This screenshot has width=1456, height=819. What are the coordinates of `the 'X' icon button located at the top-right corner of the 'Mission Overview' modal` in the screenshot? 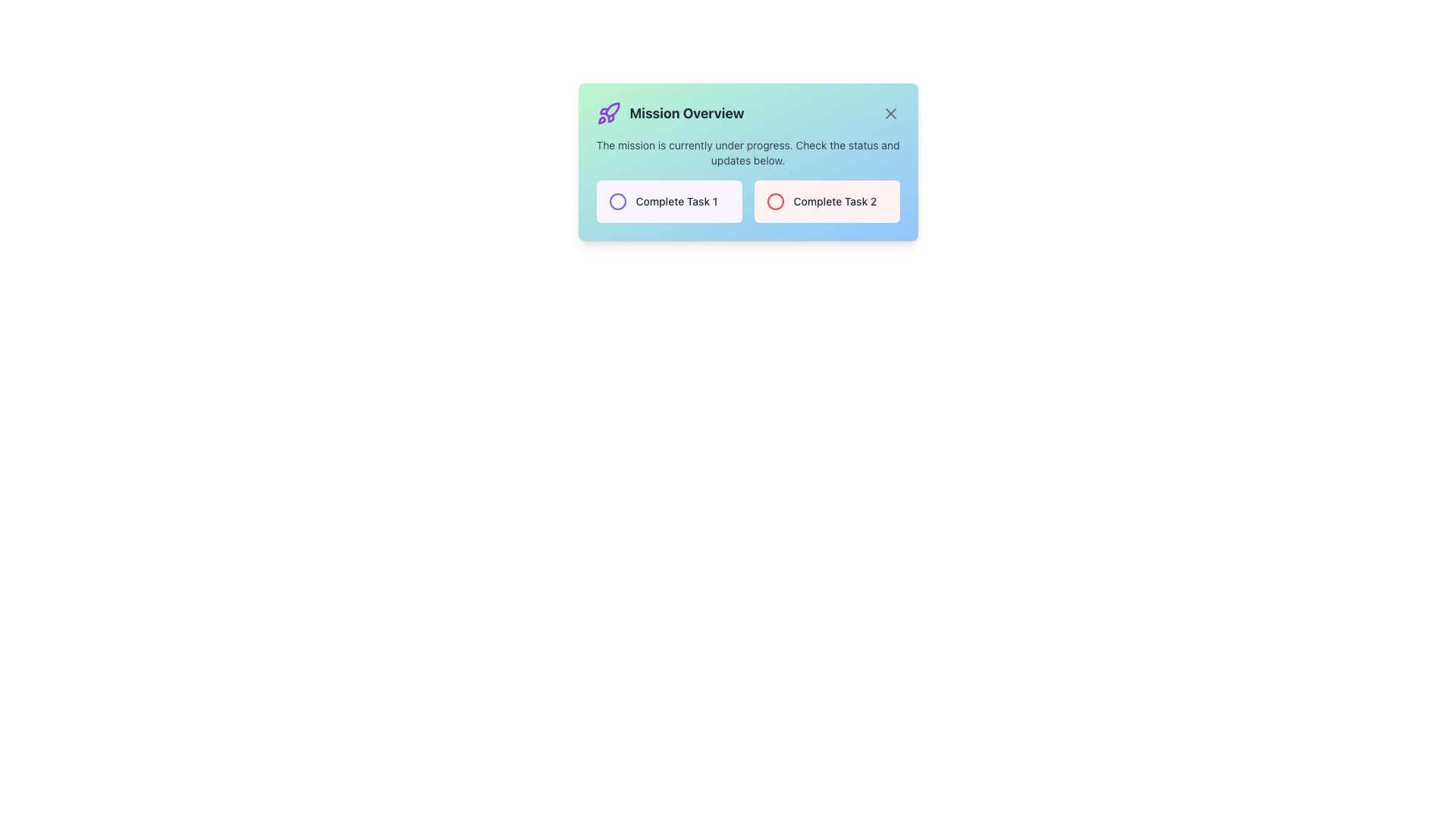 It's located at (890, 113).